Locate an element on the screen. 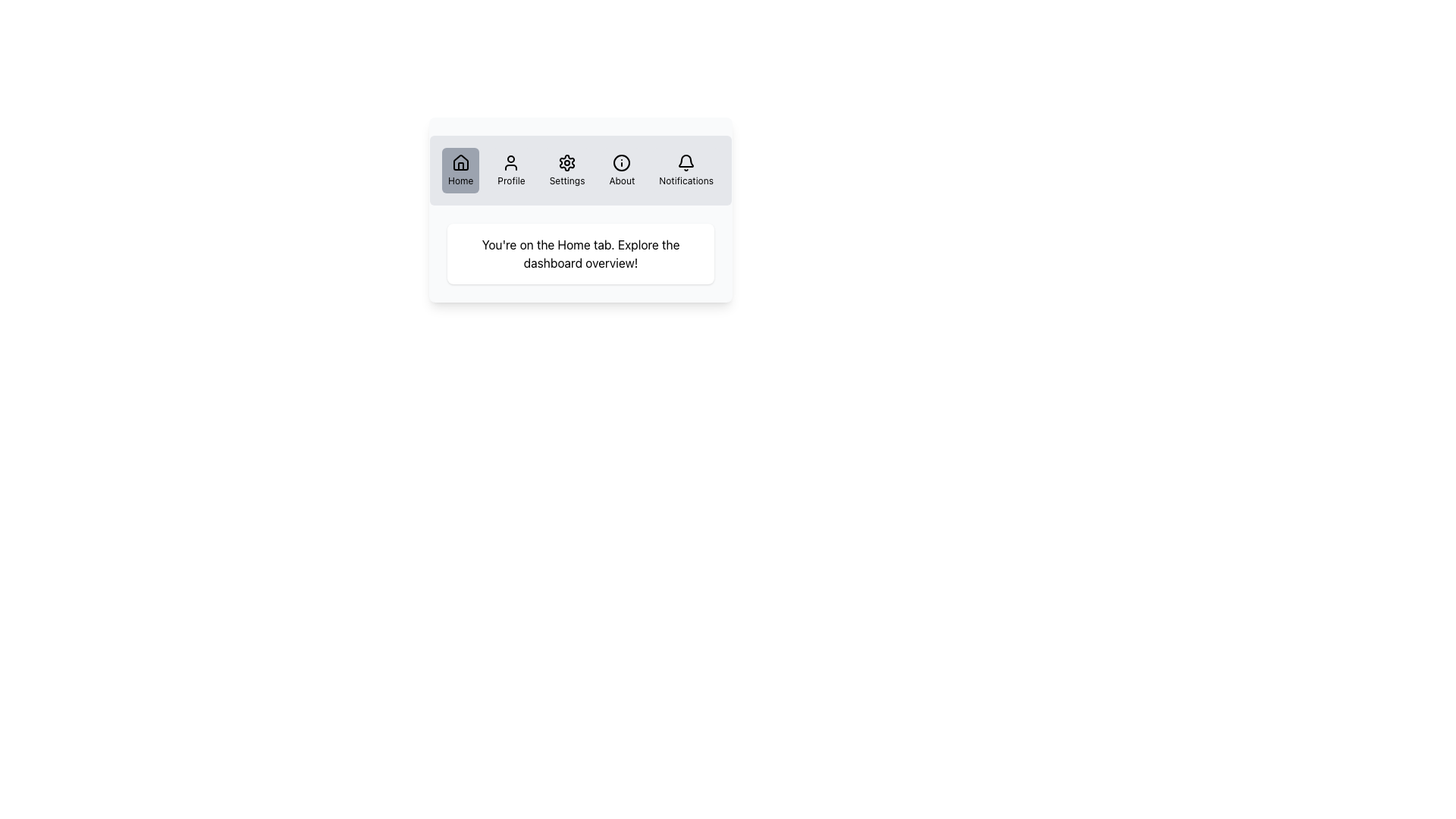 Image resolution: width=1456 pixels, height=819 pixels. the 'Profile' icon located in the navigation bar, which is the leftmost part of the 'Profile' option and positioned second from the left is located at coordinates (511, 163).